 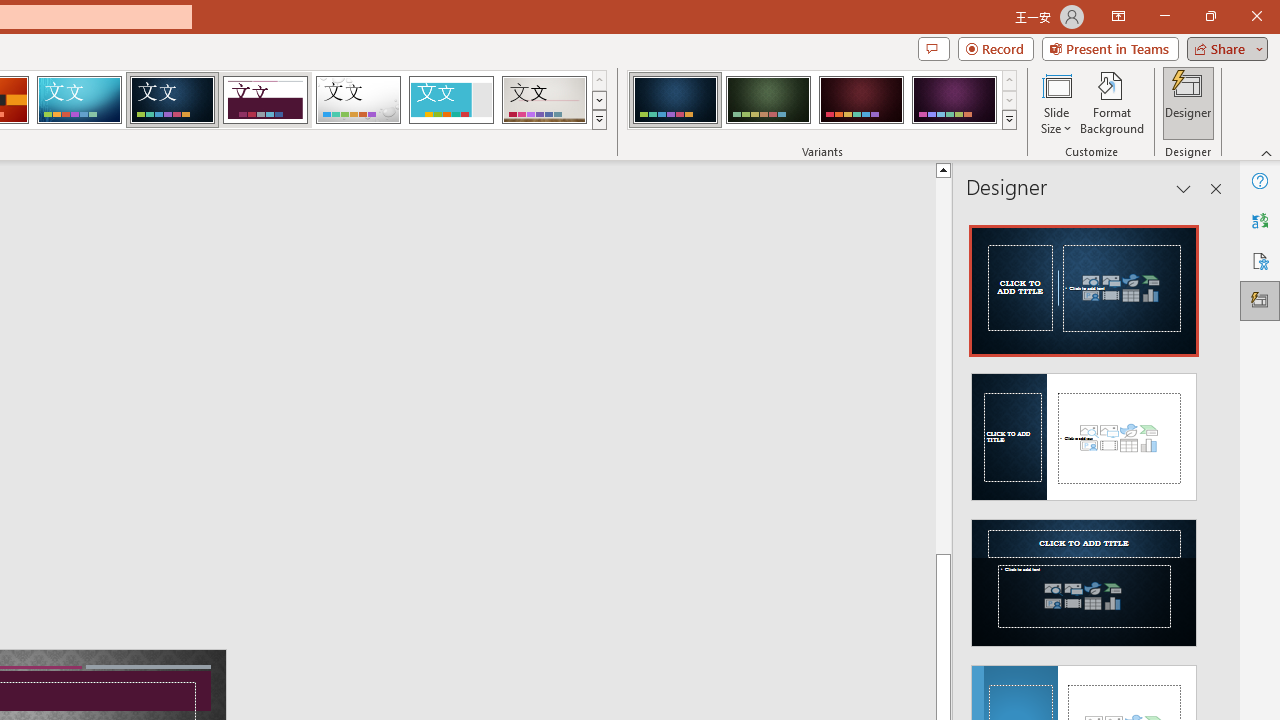 I want to click on 'Ribbon Display Options', so click(x=1117, y=16).